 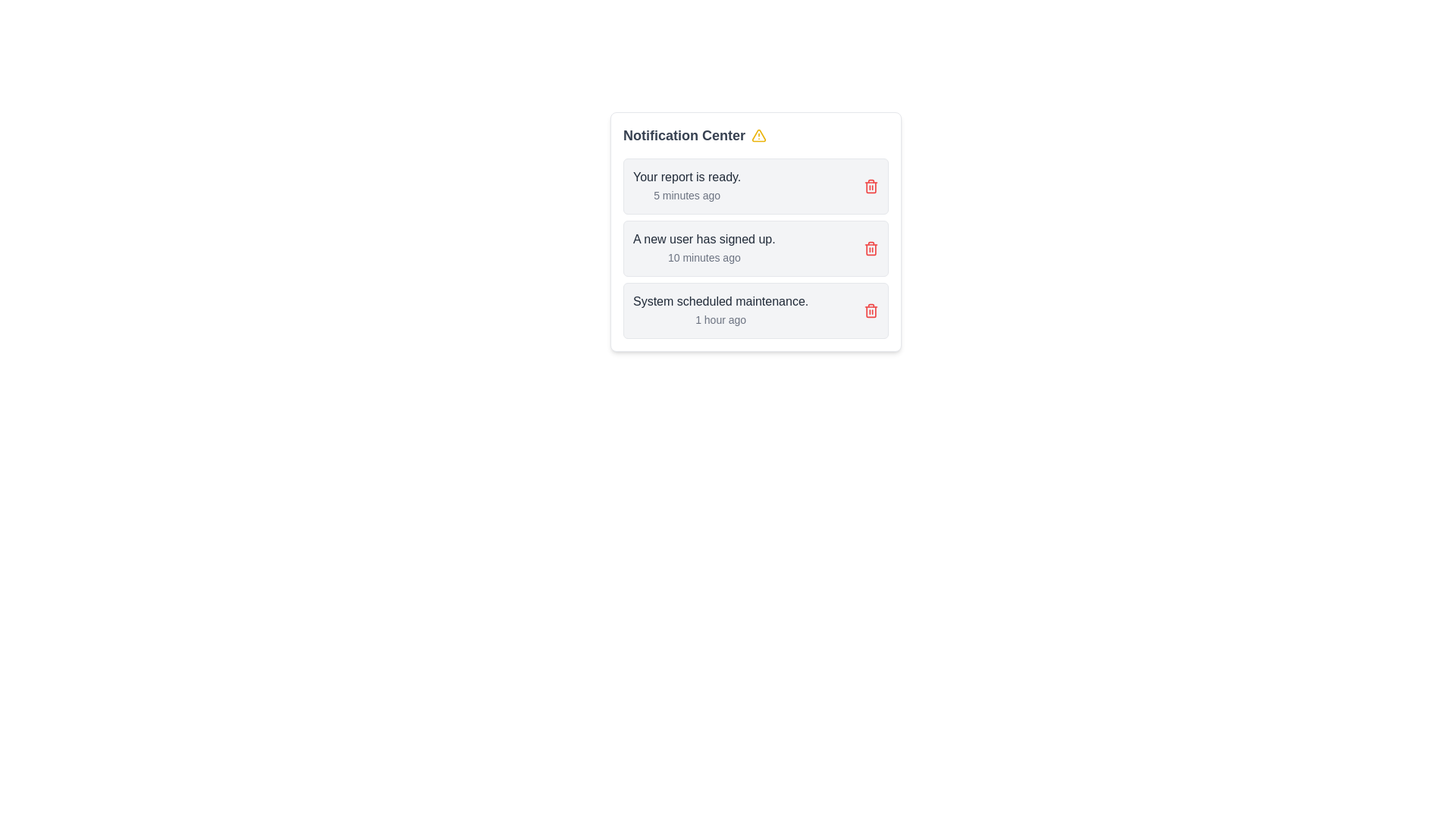 What do you see at coordinates (871, 248) in the screenshot?
I see `the appearance of the trash icon component located near the right end of the second notification item in the Notification Center list` at bounding box center [871, 248].